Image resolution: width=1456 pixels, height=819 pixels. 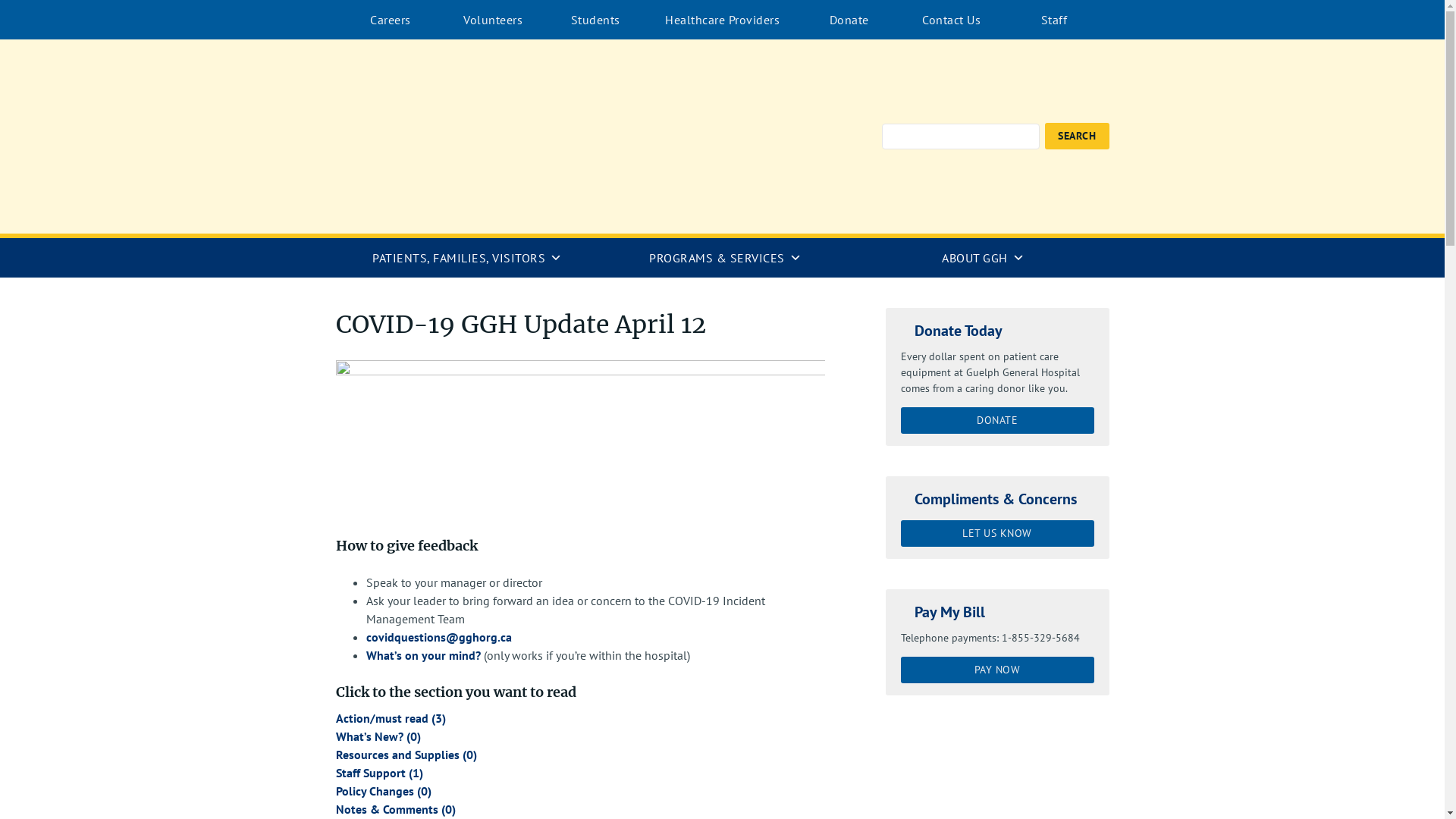 What do you see at coordinates (997, 532) in the screenshot?
I see `'LET US KNOW'` at bounding box center [997, 532].